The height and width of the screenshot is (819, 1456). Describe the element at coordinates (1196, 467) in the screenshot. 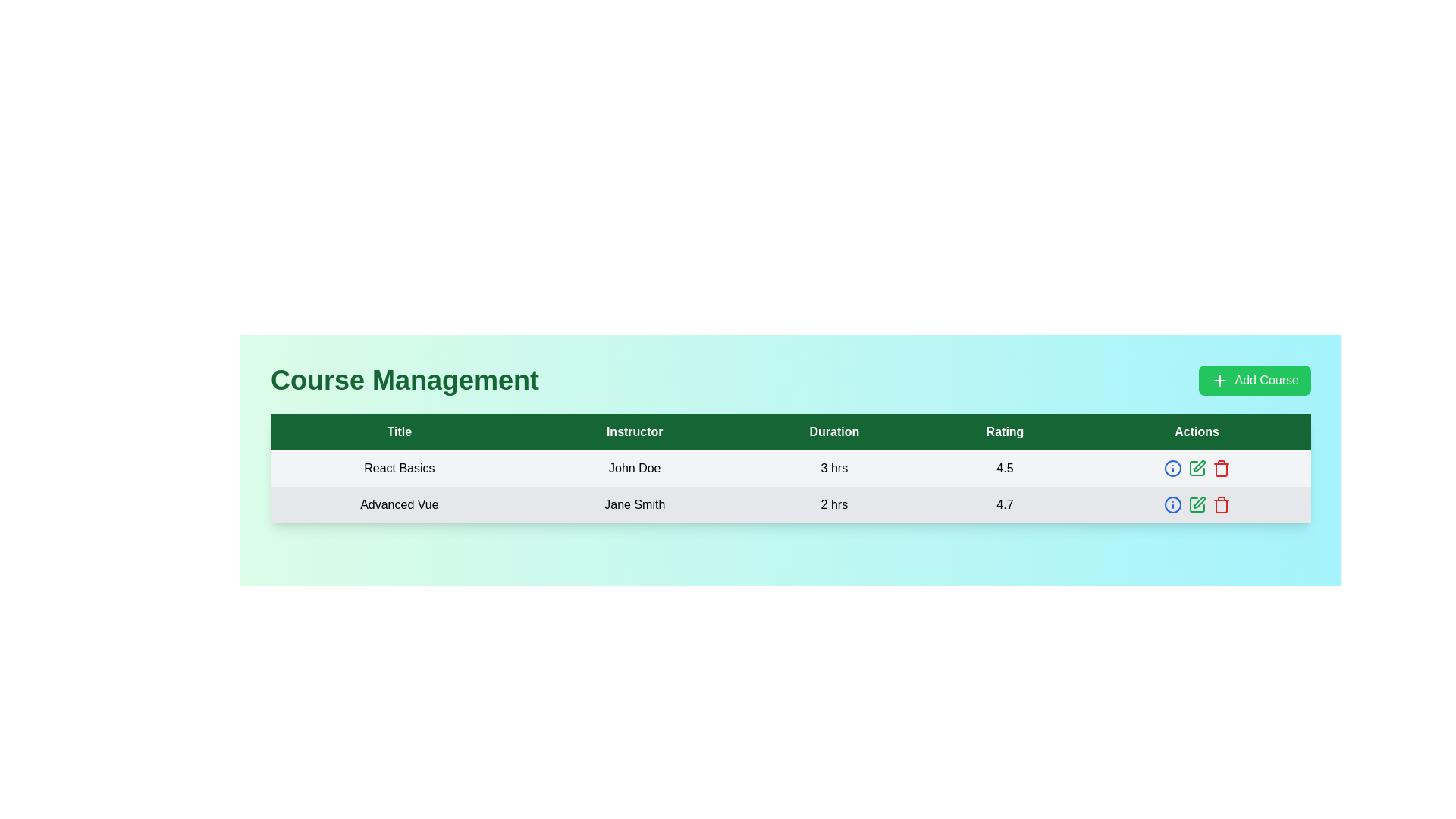

I see `the edit icon located in the second row of the 'Actions' column` at that location.